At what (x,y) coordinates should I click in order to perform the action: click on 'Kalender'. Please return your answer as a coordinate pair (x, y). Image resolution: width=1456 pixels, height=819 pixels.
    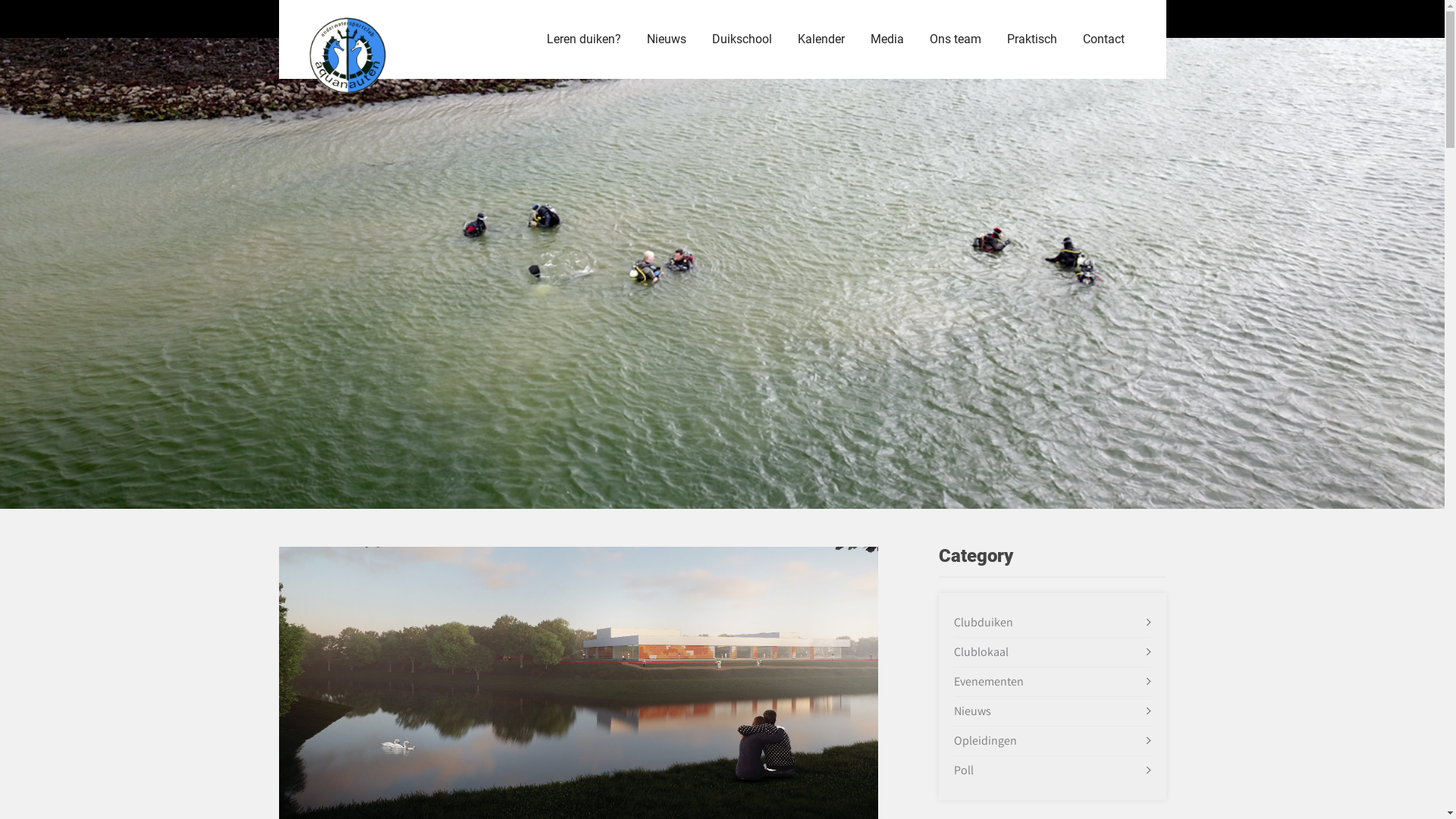
    Looking at the image, I should click on (786, 38).